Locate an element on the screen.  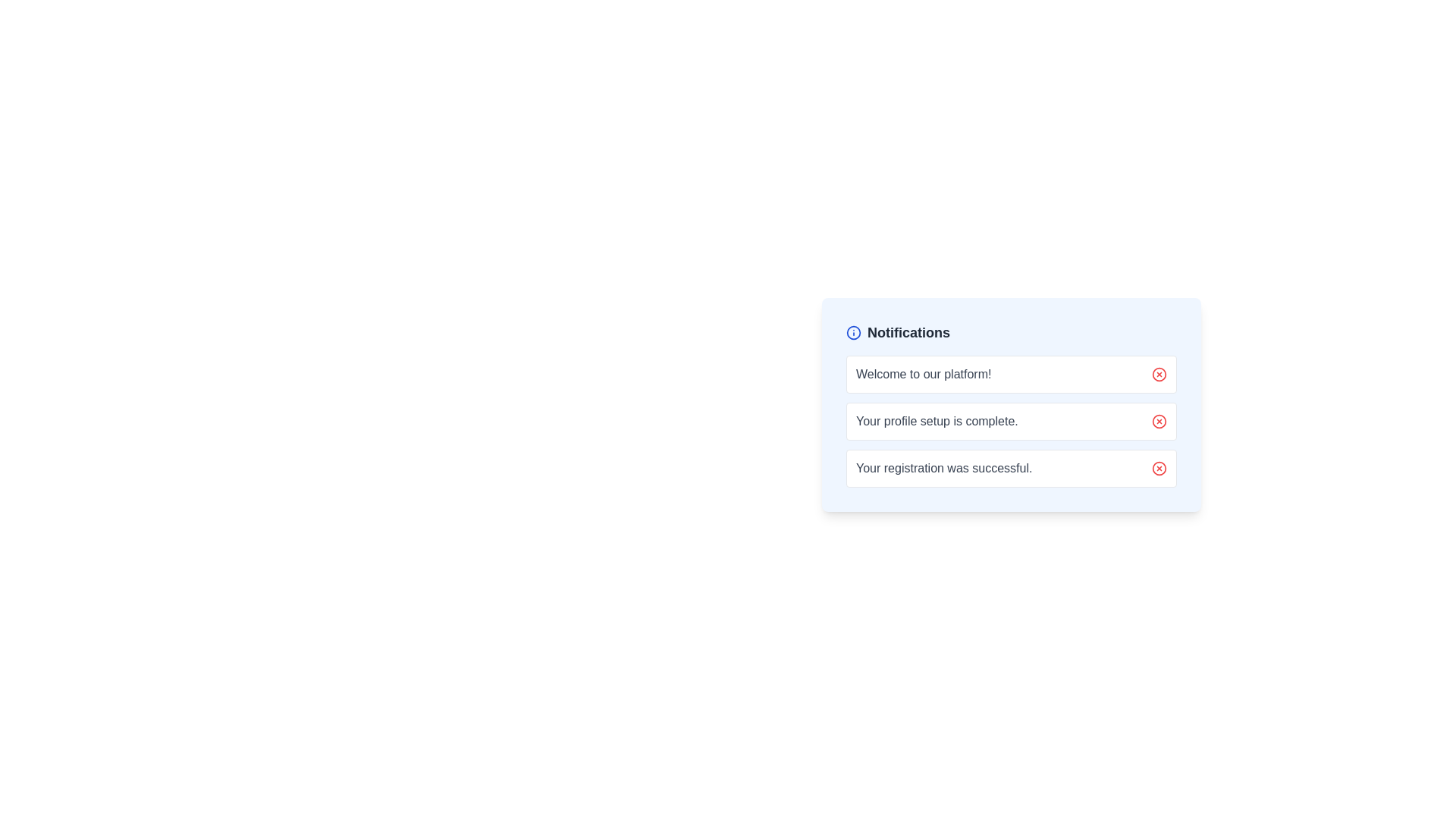
the dismiss button located on the far right of the first notification box, aligned with the text 'Welcome to our platform!' for accessibility purposes is located at coordinates (1159, 374).